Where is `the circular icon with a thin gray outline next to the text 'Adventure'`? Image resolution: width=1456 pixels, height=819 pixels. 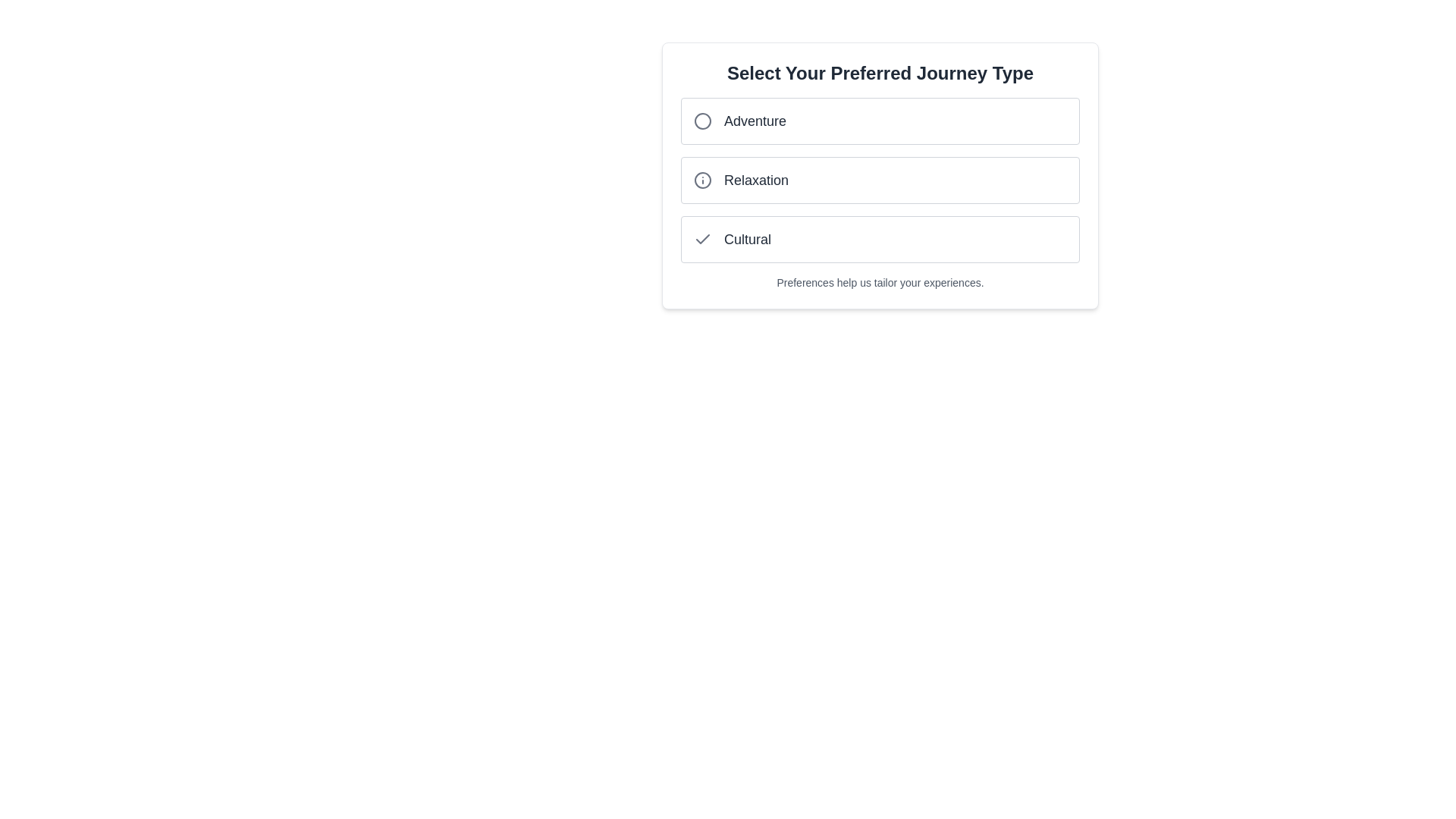
the circular icon with a thin gray outline next to the text 'Adventure' is located at coordinates (701, 120).